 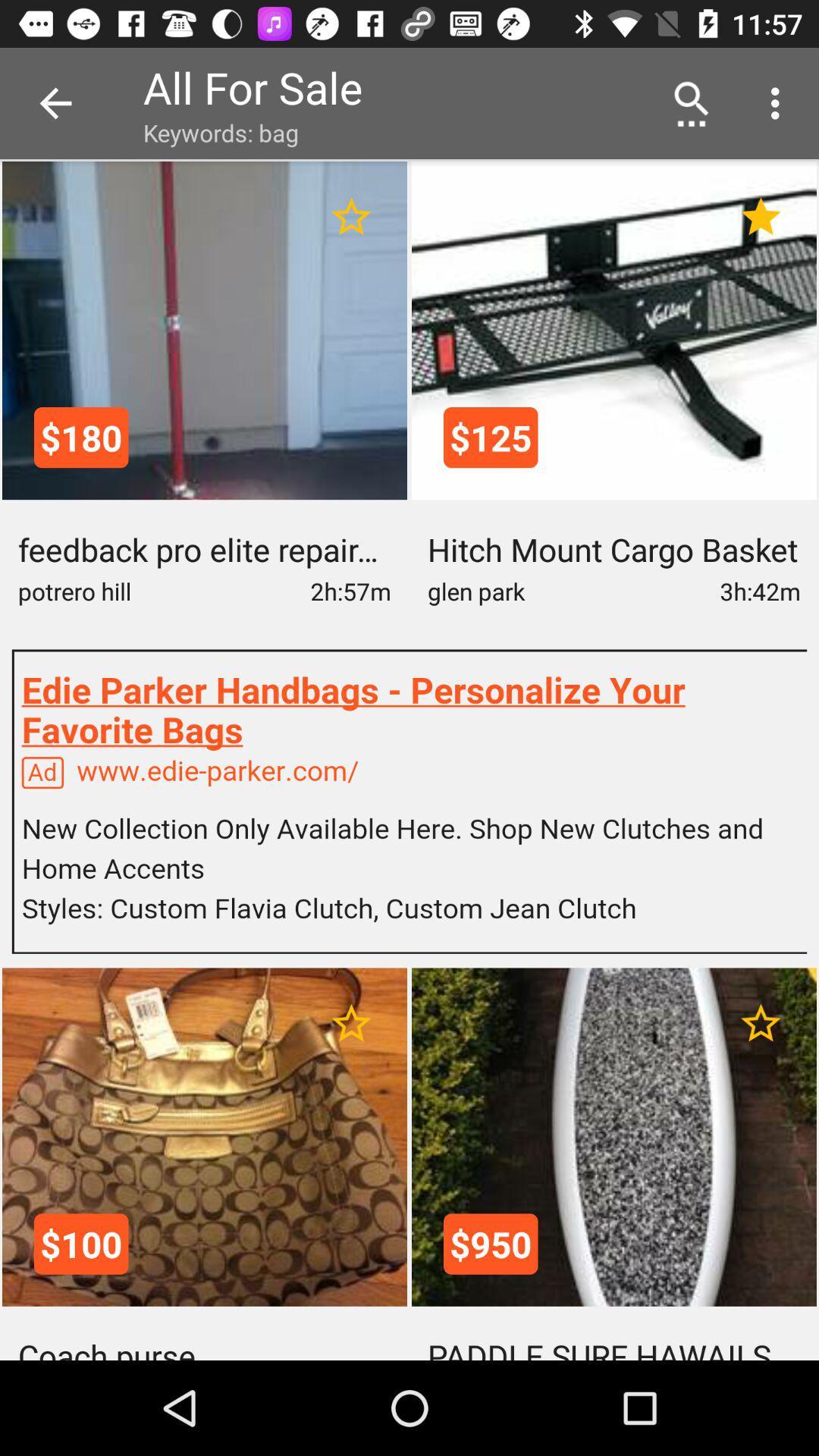 What do you see at coordinates (351, 1023) in the screenshot?
I see `item to favorites` at bounding box center [351, 1023].